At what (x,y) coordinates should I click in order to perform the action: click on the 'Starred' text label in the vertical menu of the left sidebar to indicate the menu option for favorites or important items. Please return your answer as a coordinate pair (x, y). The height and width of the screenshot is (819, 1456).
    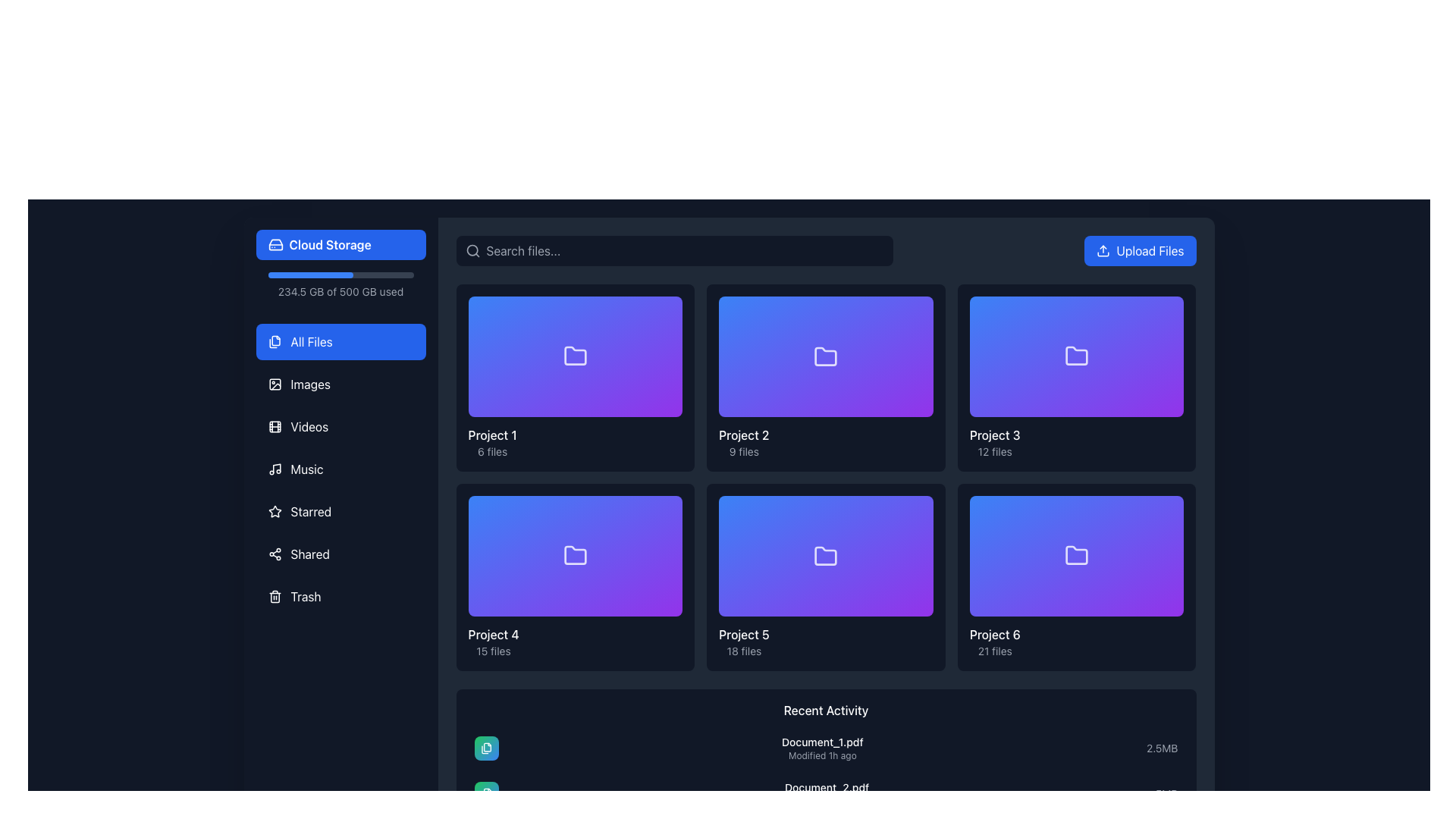
    Looking at the image, I should click on (310, 512).